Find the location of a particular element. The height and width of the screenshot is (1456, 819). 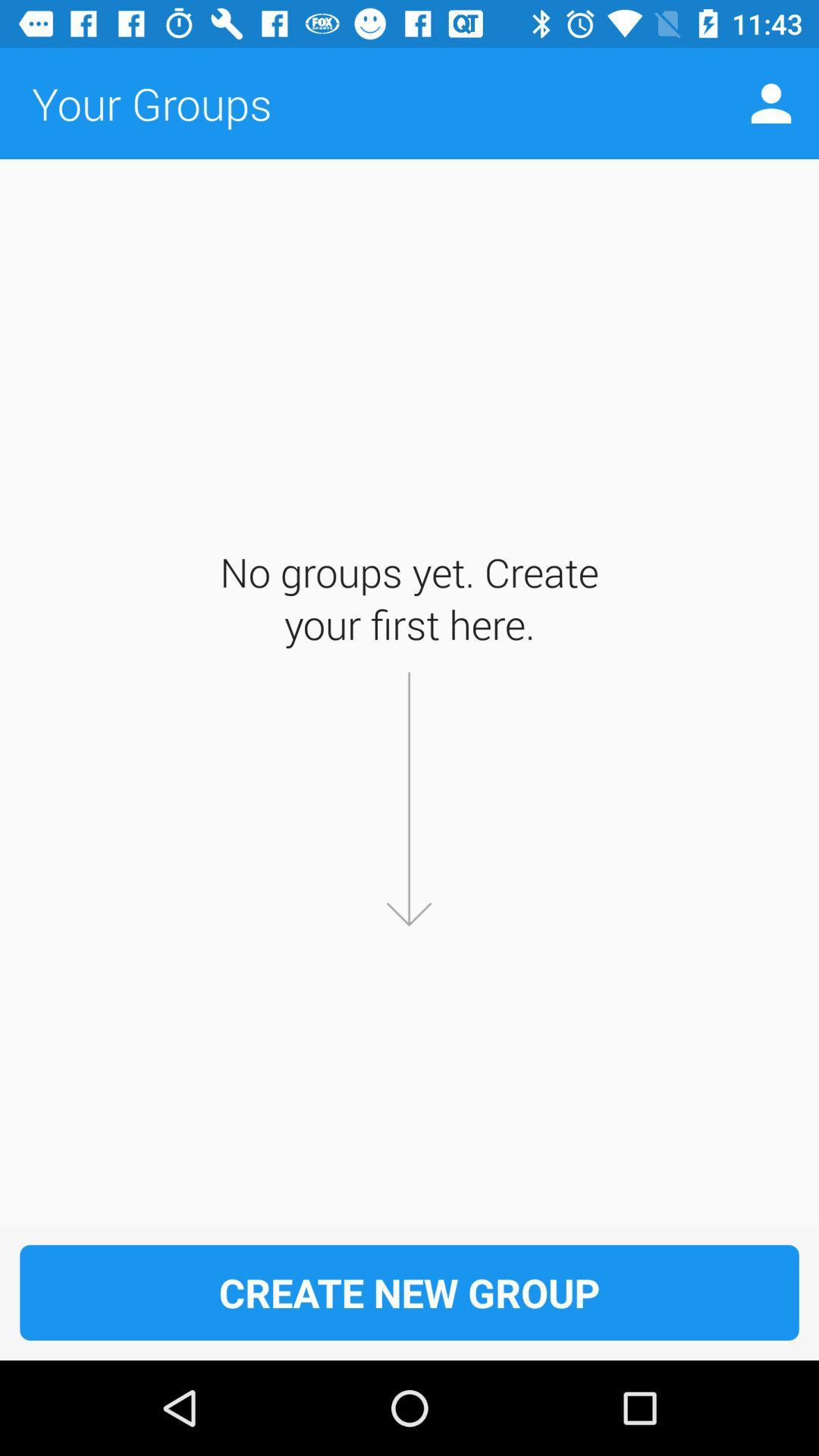

create new group is located at coordinates (409, 1291).